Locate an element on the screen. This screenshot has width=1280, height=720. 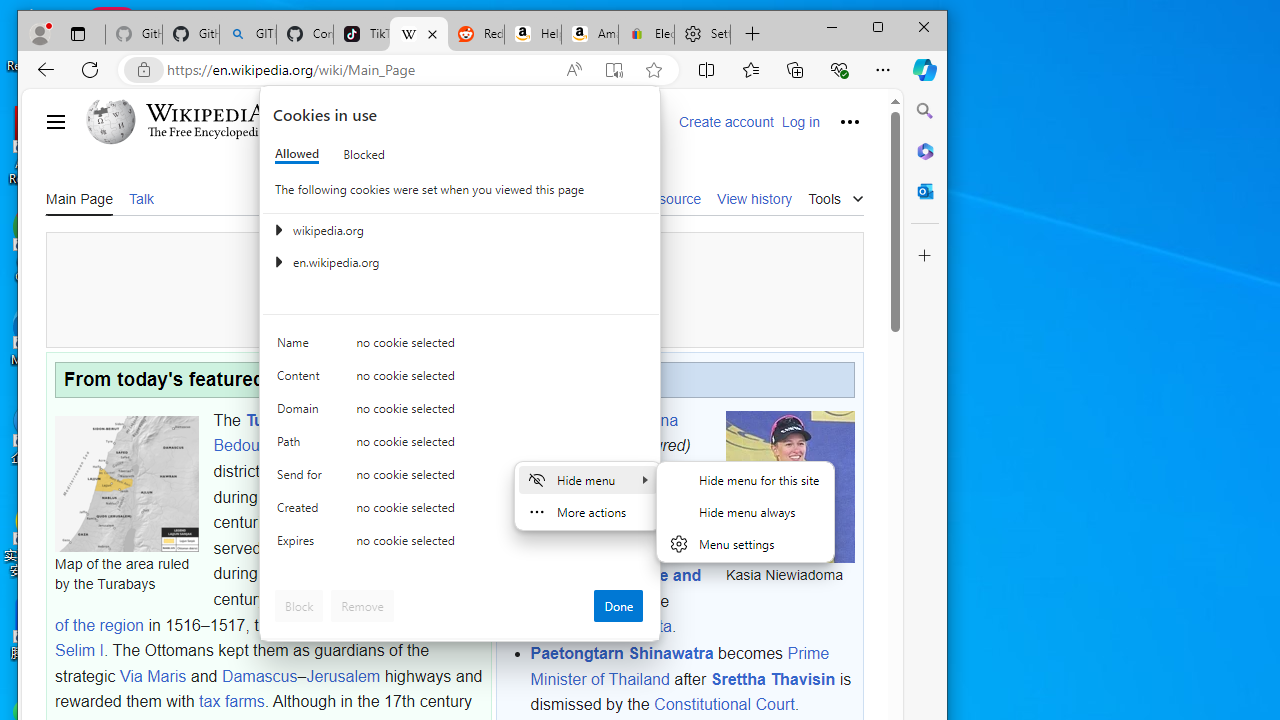
'Hide menu' is located at coordinates (586, 479).